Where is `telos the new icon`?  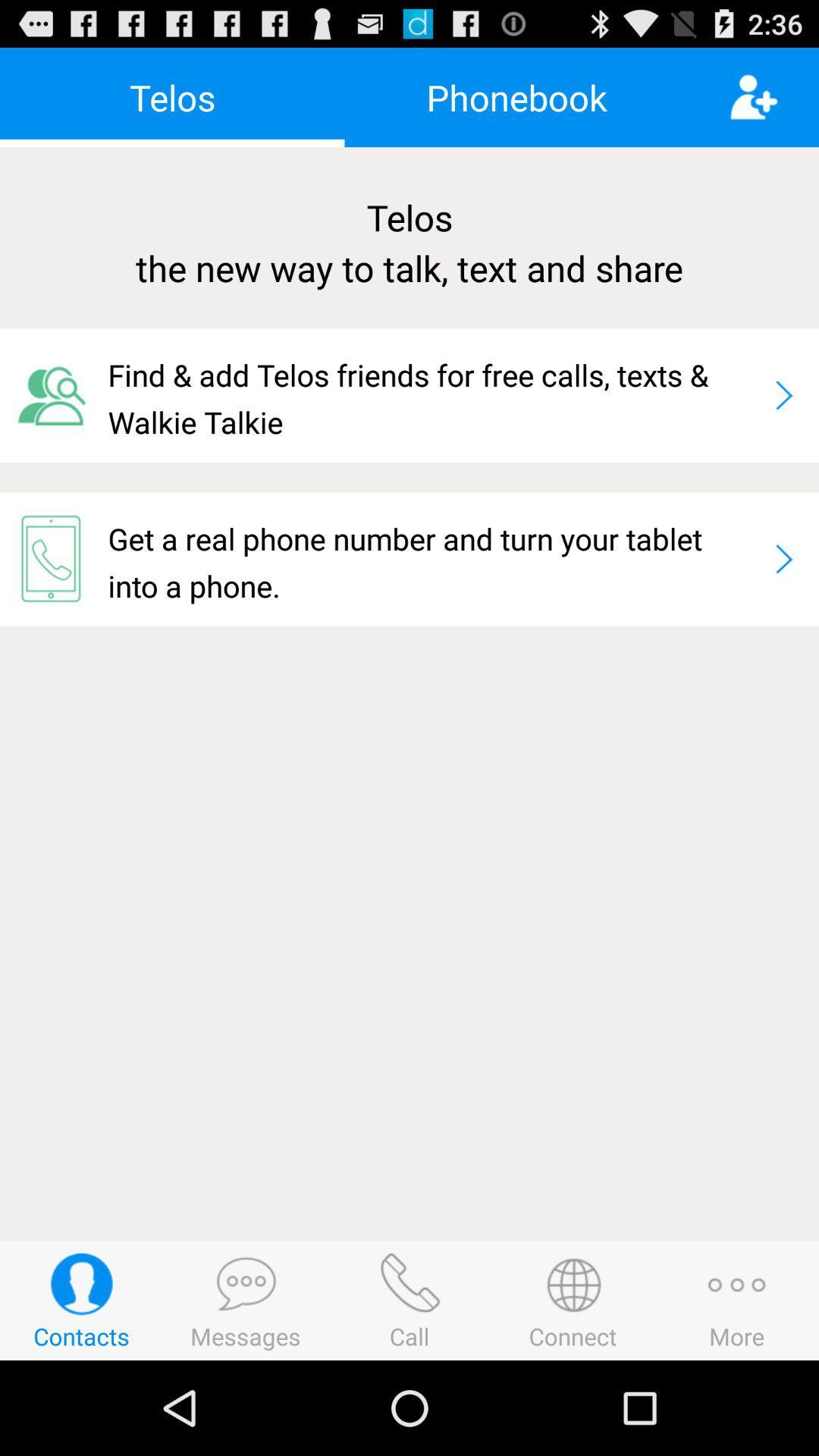 telos the new icon is located at coordinates (409, 243).